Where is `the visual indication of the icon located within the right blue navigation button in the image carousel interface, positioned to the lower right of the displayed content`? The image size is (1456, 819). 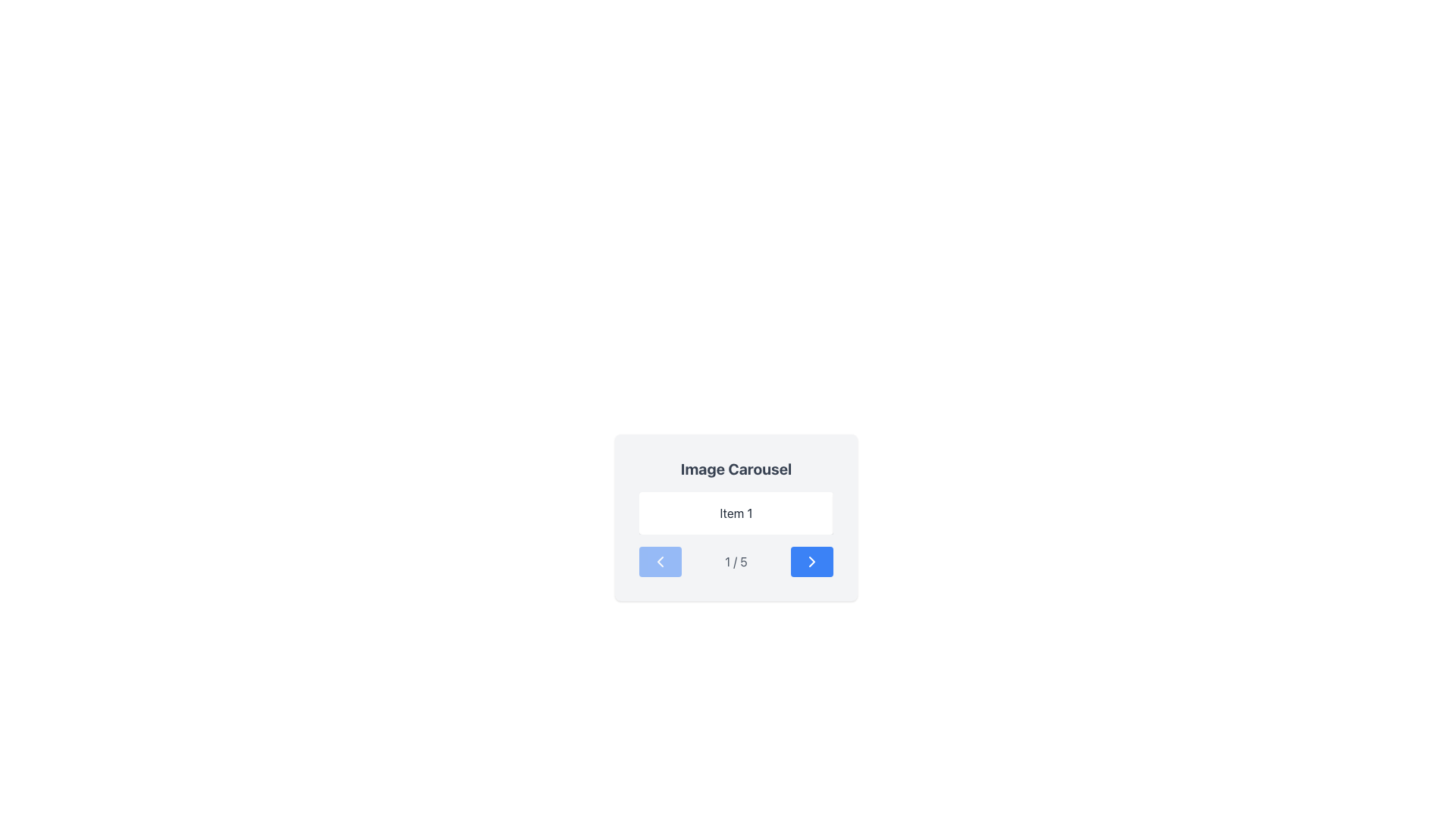
the visual indication of the icon located within the right blue navigation button in the image carousel interface, positioned to the lower right of the displayed content is located at coordinates (811, 561).